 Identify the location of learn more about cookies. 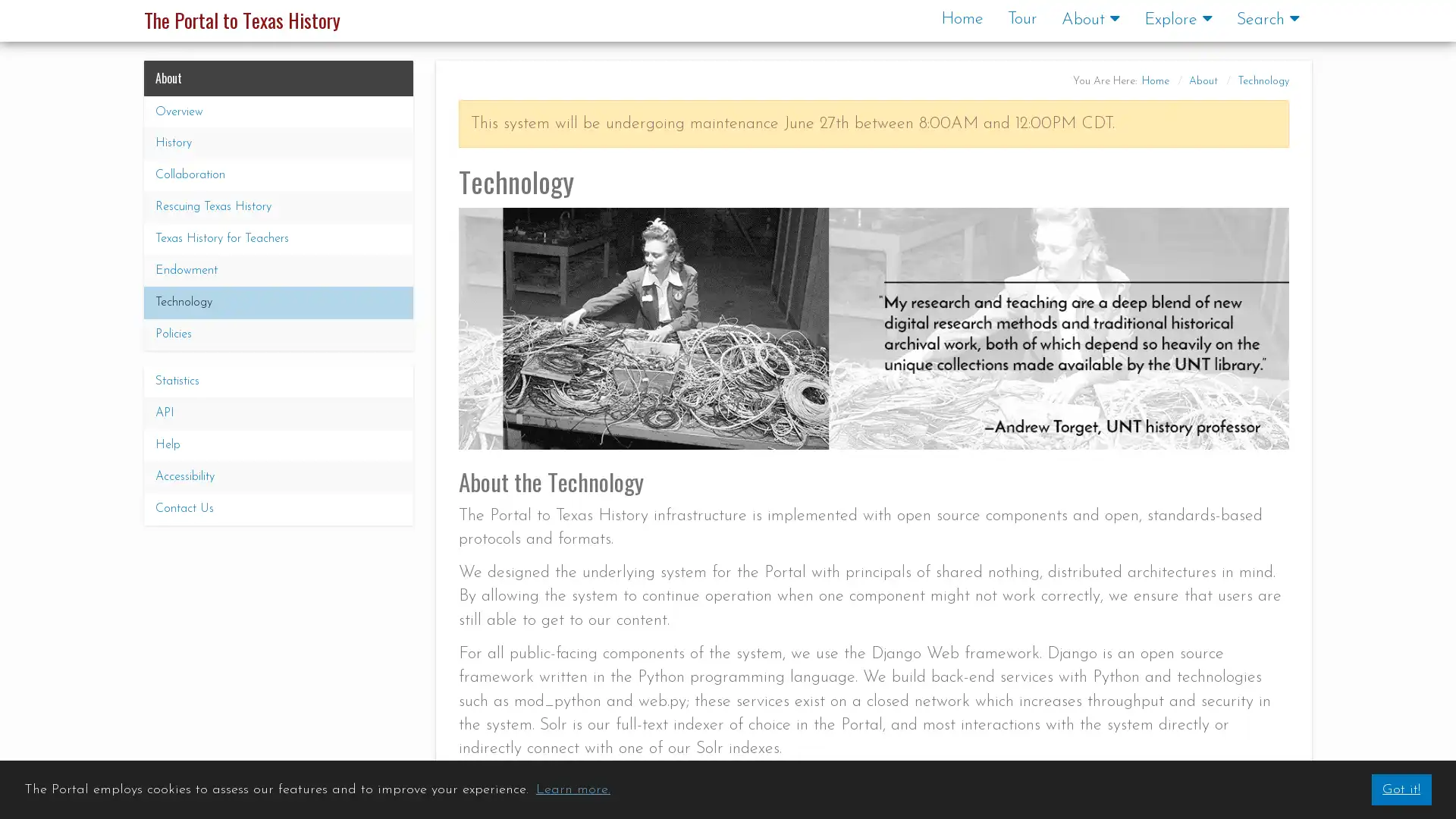
(572, 789).